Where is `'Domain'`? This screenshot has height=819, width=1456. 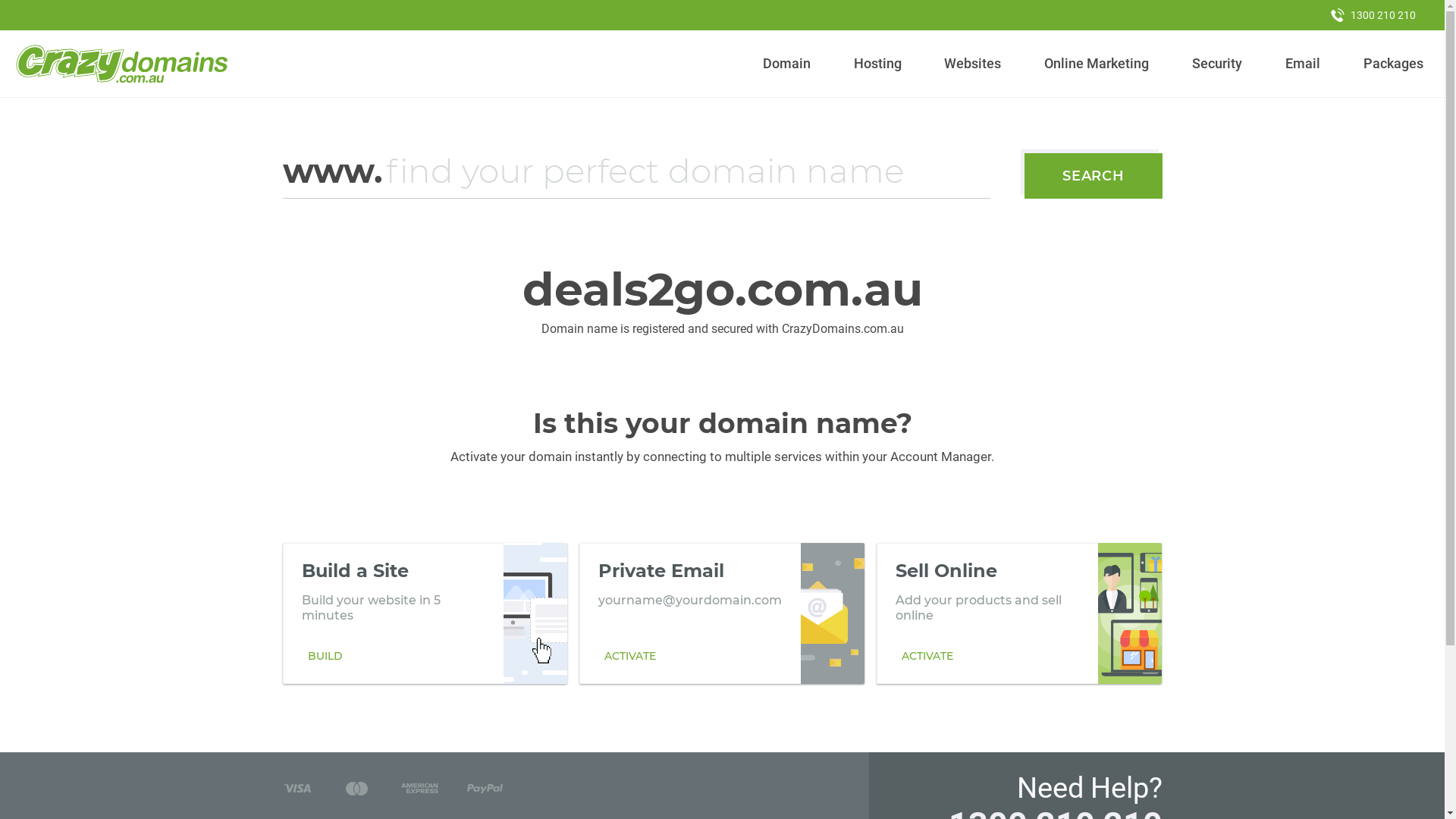
'Domain' is located at coordinates (786, 63).